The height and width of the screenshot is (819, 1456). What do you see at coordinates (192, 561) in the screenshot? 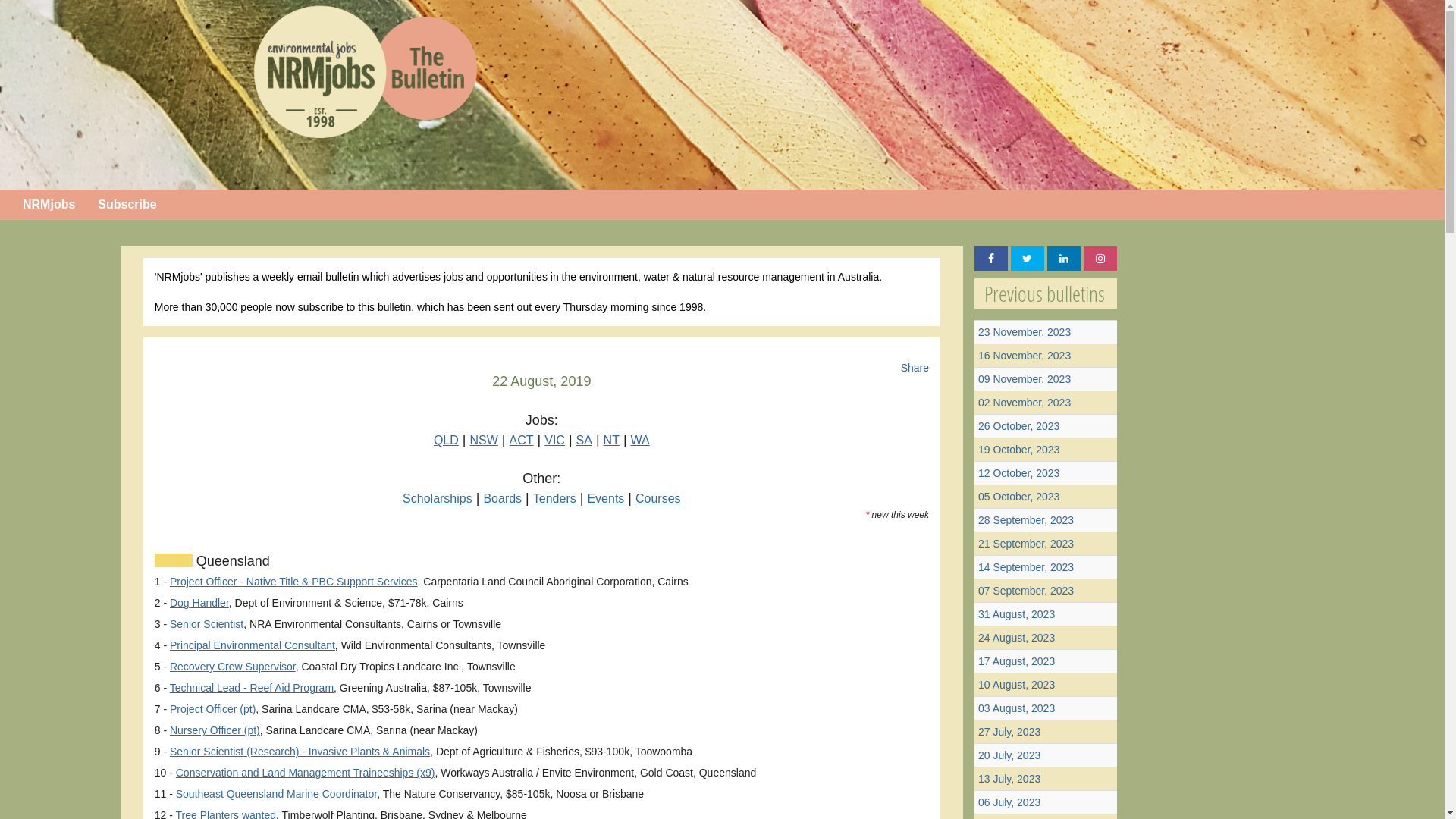
I see `'Queensland'` at bounding box center [192, 561].